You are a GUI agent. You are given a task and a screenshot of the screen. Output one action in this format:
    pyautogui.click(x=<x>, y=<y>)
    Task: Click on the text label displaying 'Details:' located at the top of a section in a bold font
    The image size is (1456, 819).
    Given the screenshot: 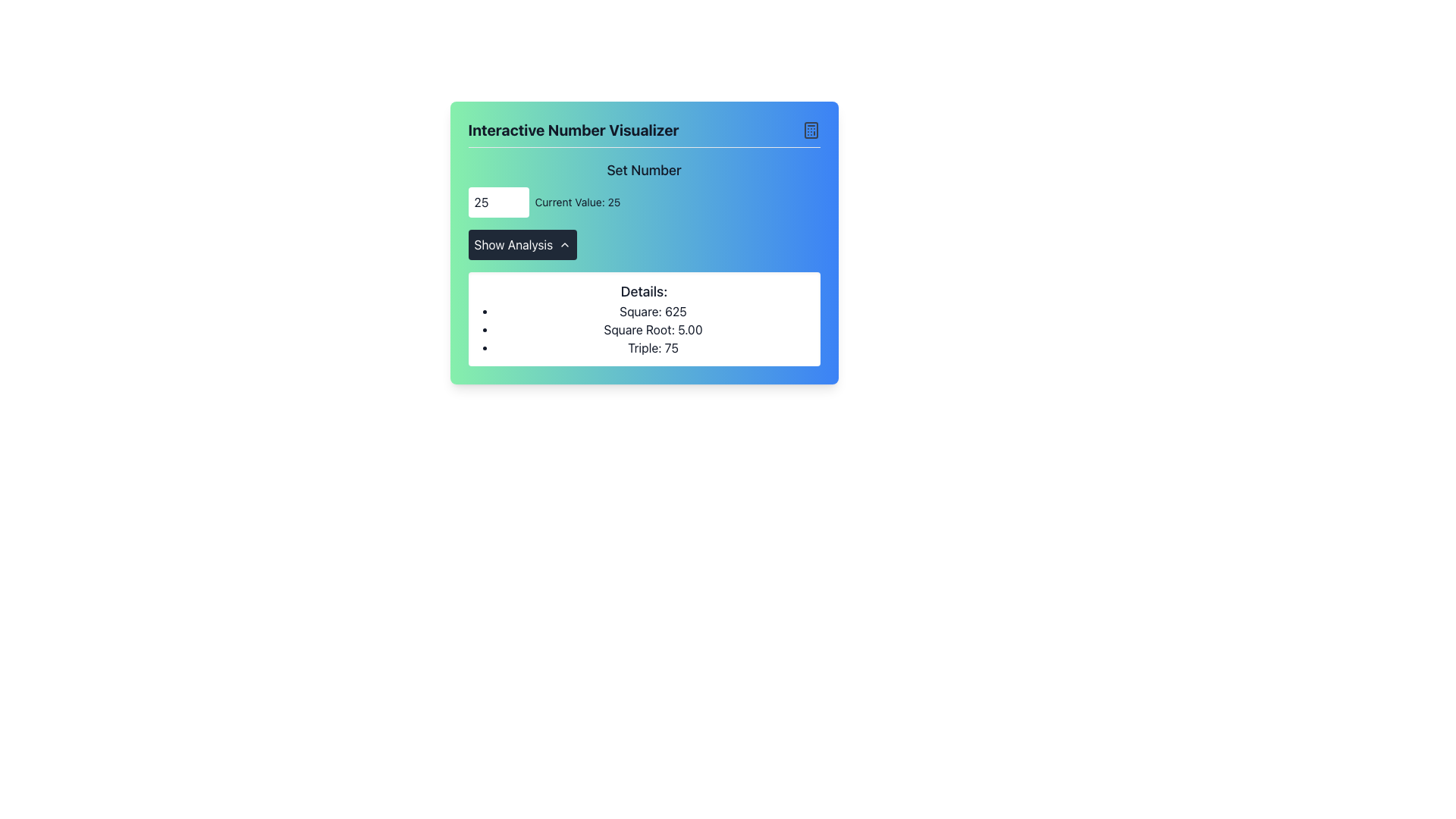 What is the action you would take?
    pyautogui.click(x=644, y=292)
    